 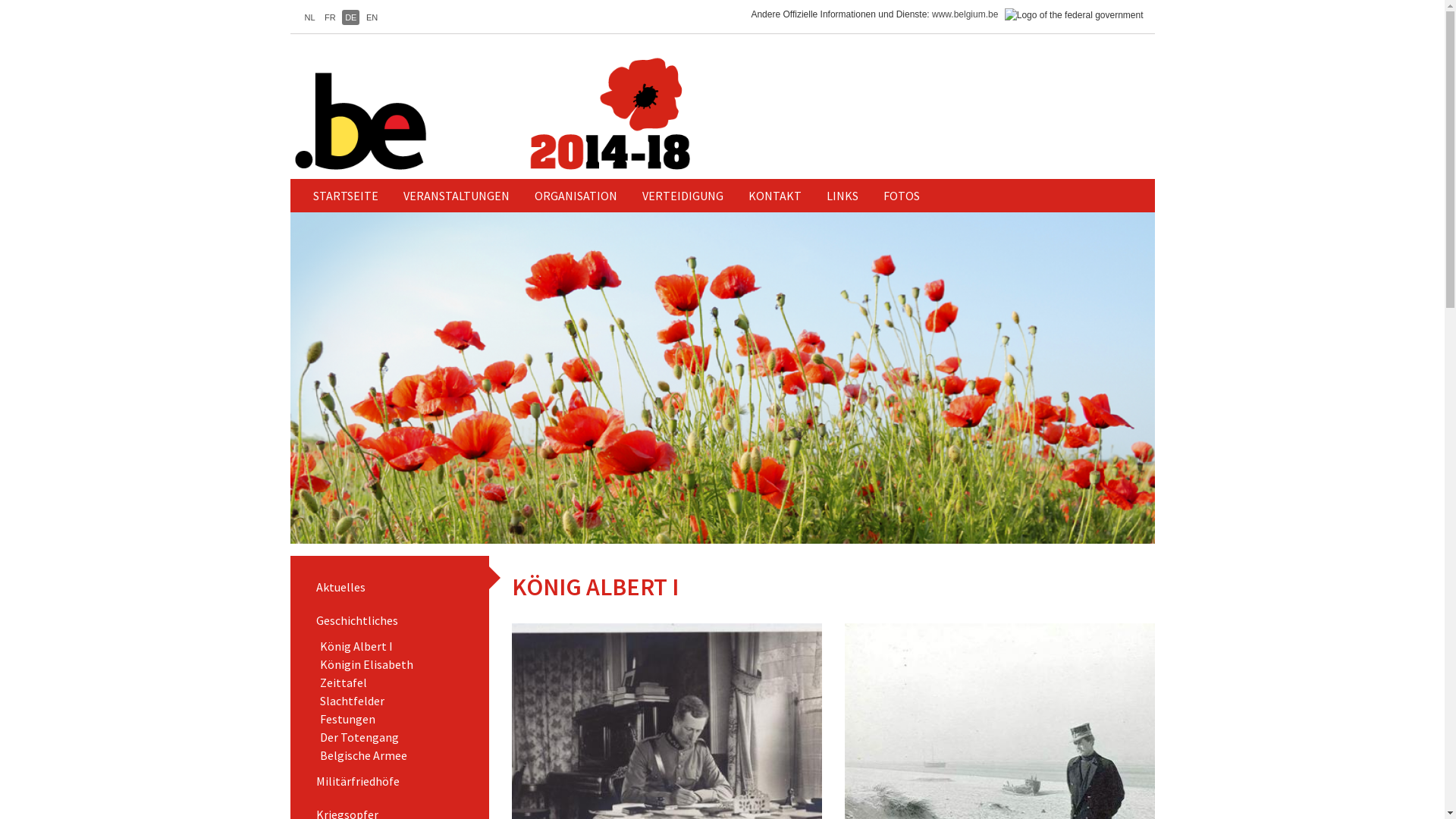 What do you see at coordinates (682, 195) in the screenshot?
I see `'VERTEIDIGUNG'` at bounding box center [682, 195].